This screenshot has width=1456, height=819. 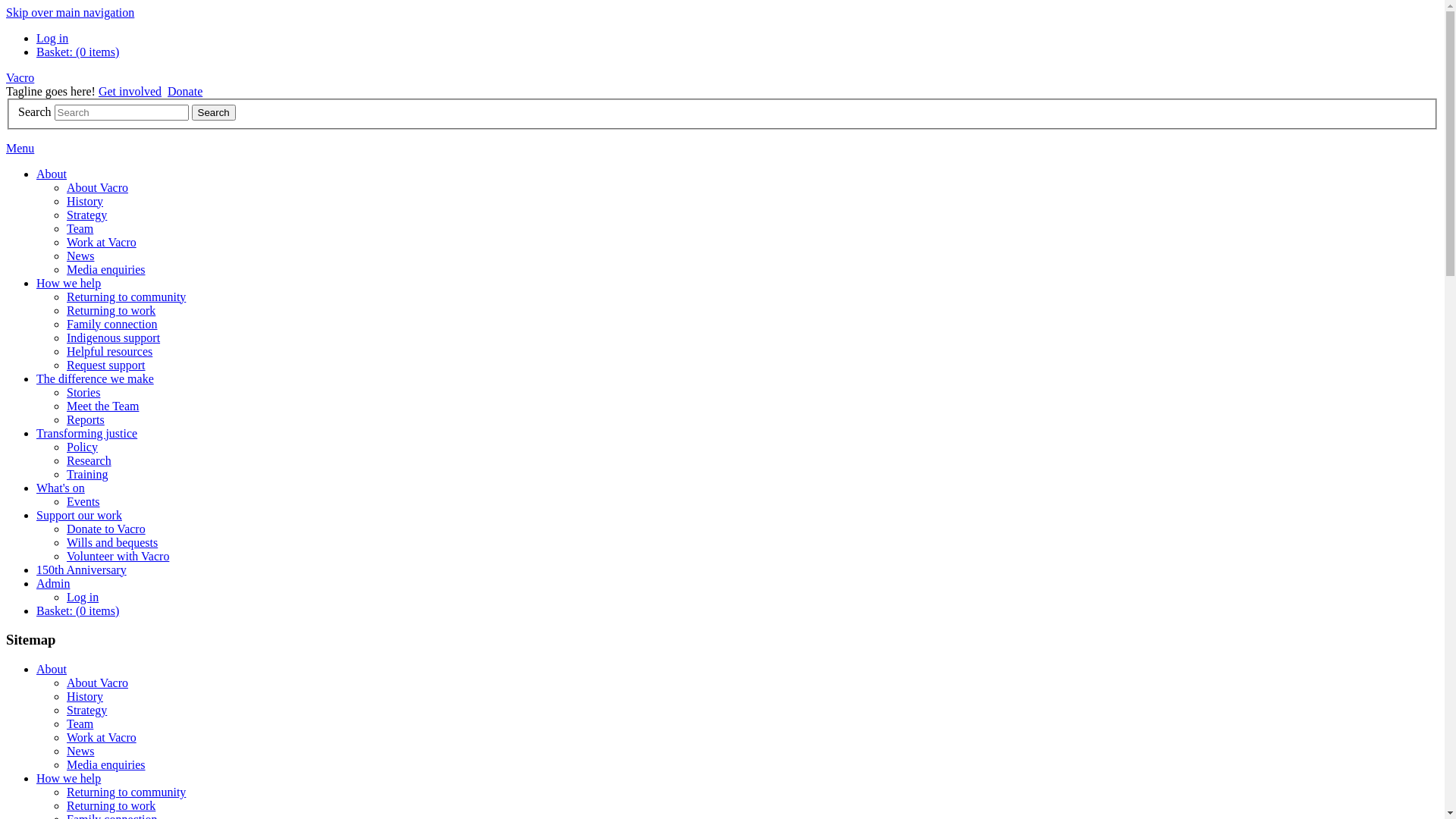 I want to click on 'Wills and bequests', so click(x=65, y=541).